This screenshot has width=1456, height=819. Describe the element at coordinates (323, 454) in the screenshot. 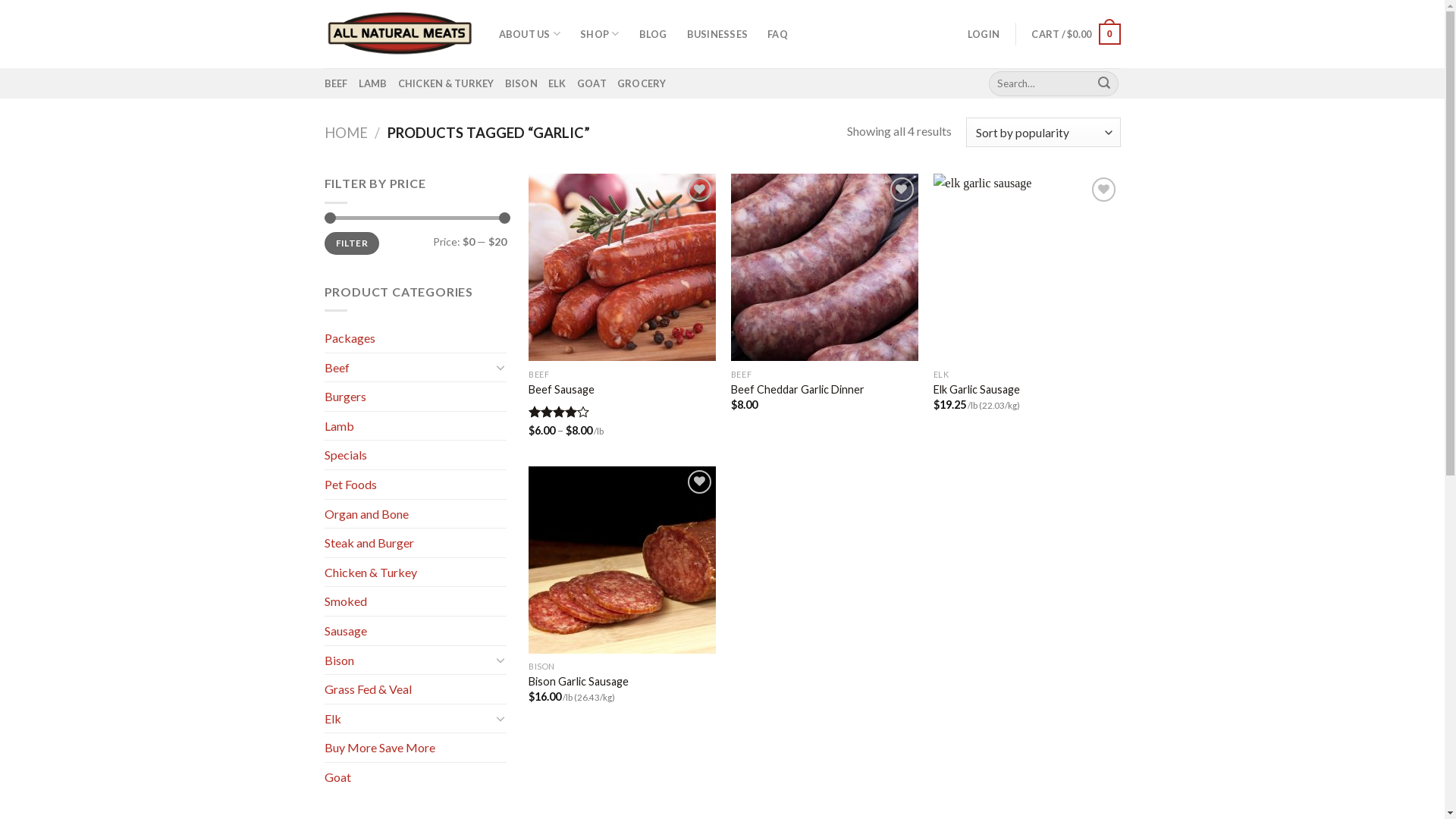

I see `'Specials'` at that location.